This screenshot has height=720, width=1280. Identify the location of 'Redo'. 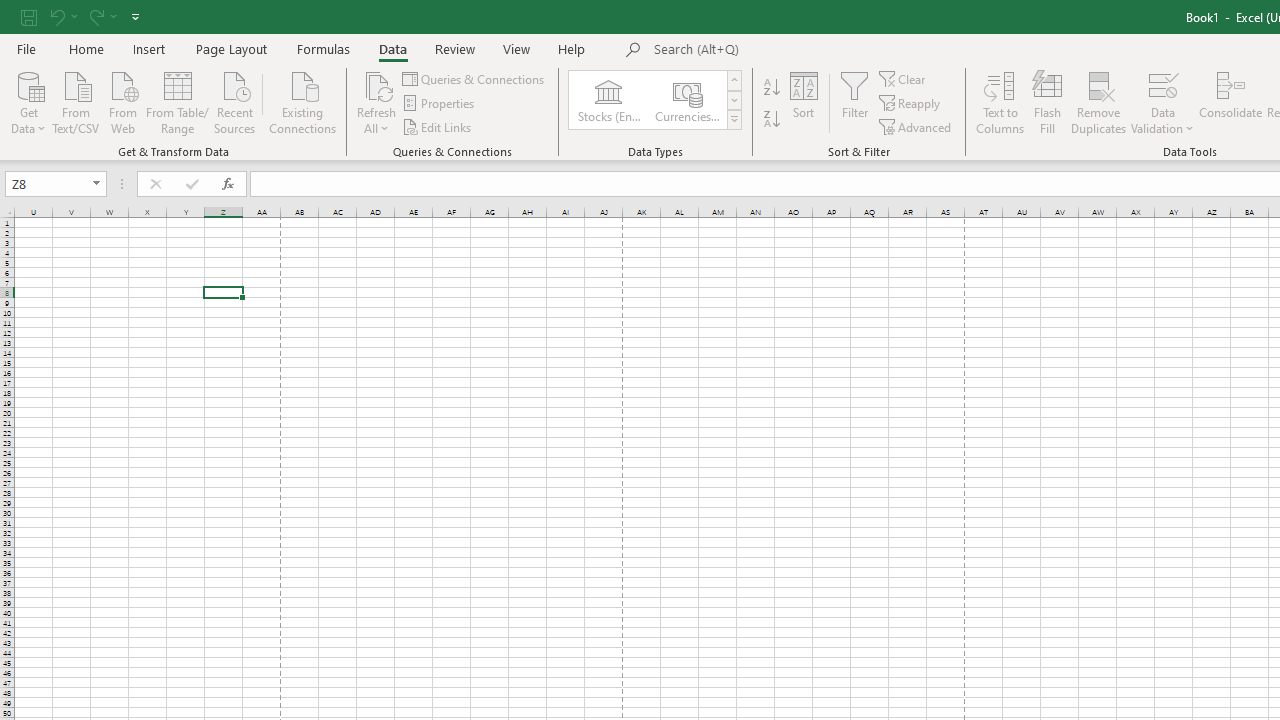
(94, 16).